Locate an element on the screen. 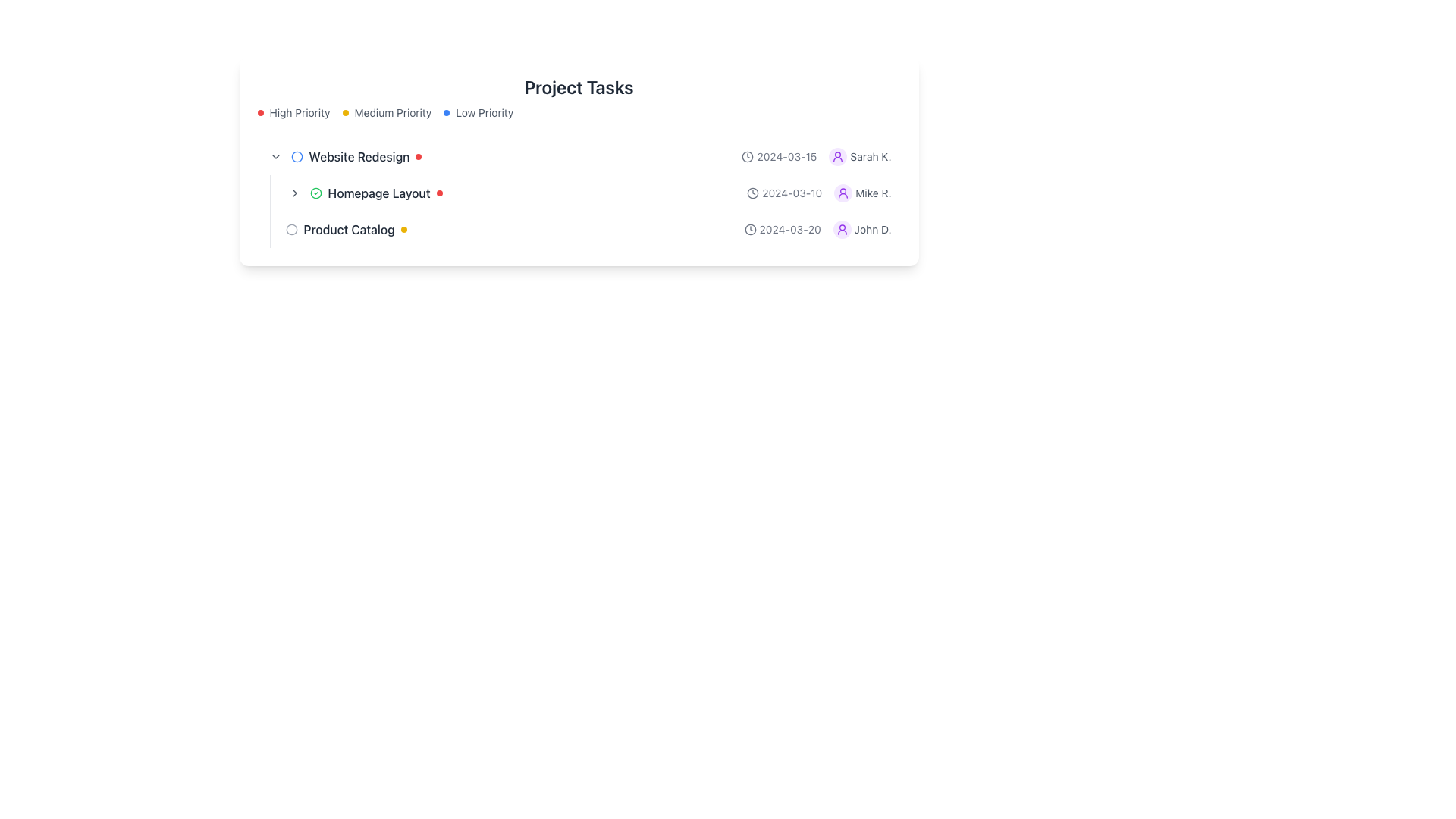 Image resolution: width=1456 pixels, height=819 pixels. the Text and Icon Group containing the date '2024-03-10', a clock icon, and an avatar icon for 'Mike R.' is located at coordinates (818, 192).